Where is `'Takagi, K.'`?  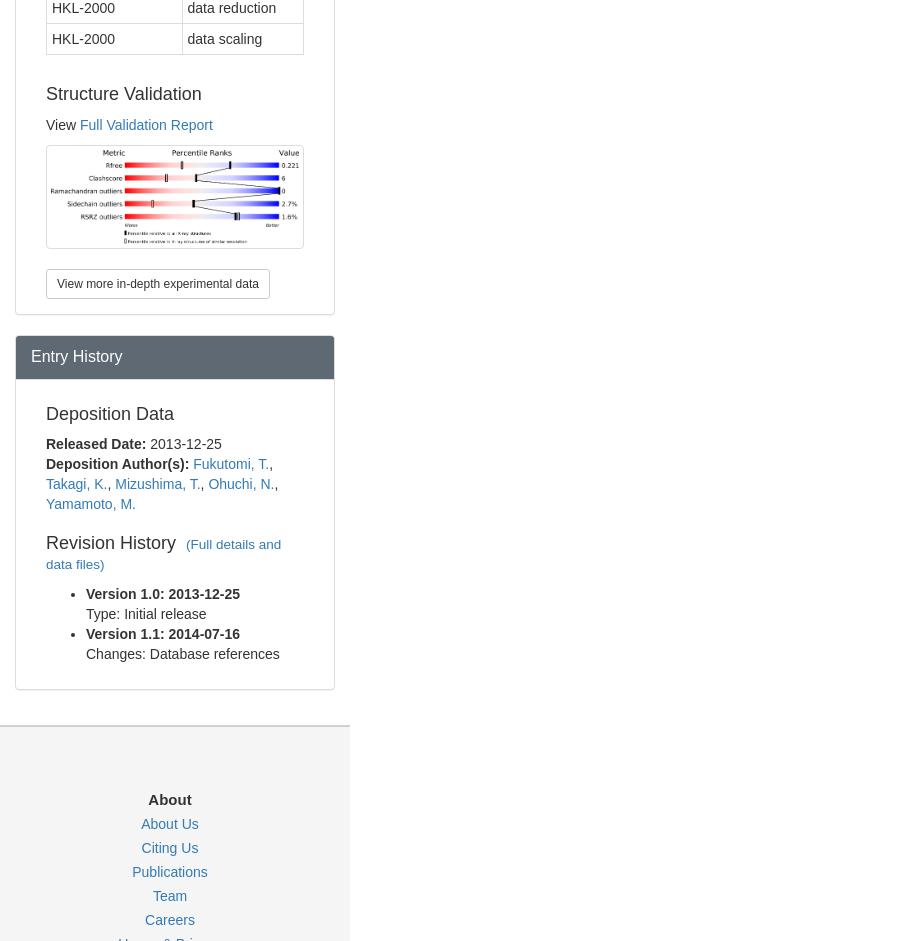 'Takagi, K.' is located at coordinates (75, 482).